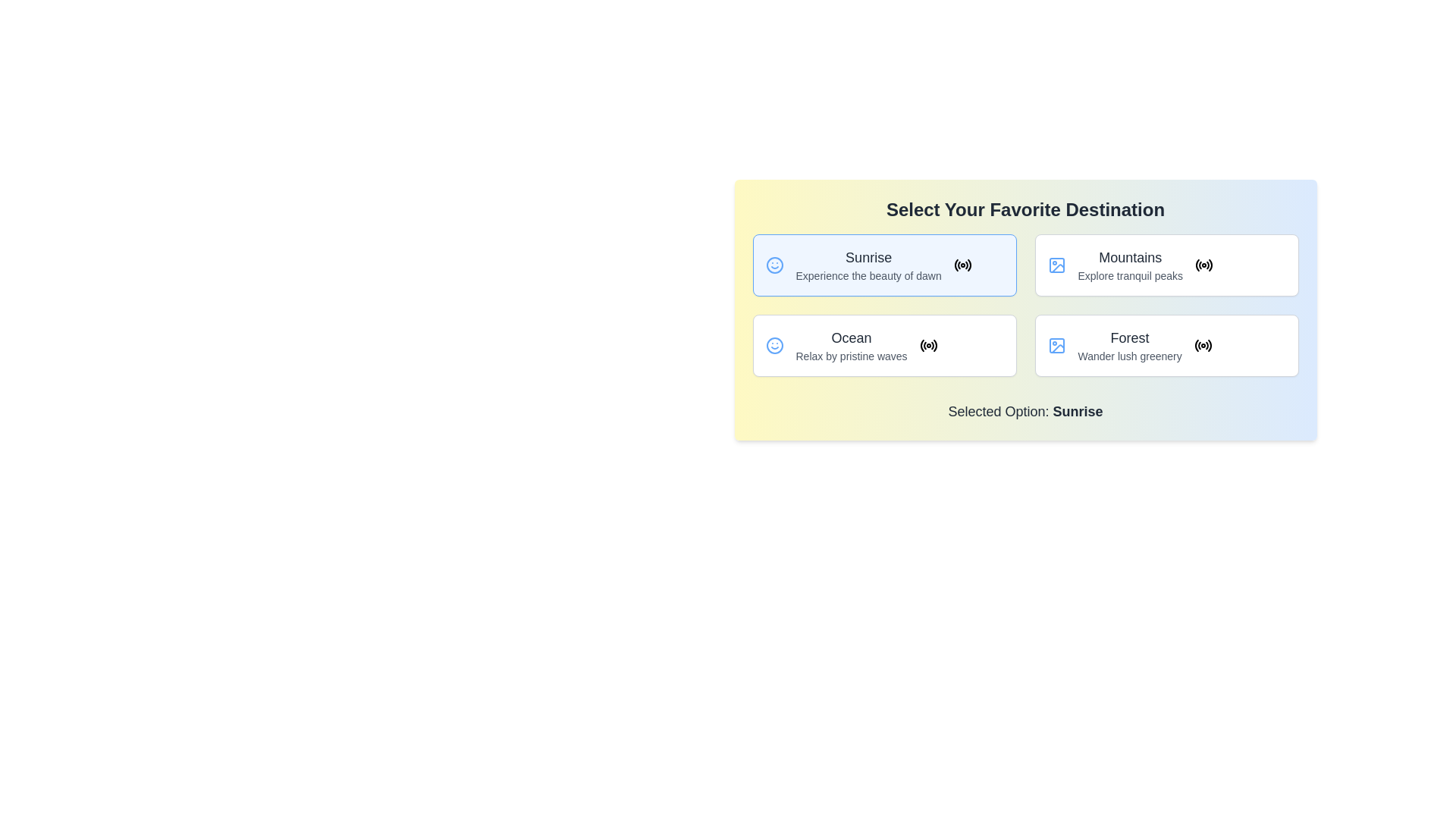  Describe the element at coordinates (1130, 345) in the screenshot. I see `the list item option for 'Forest'` at that location.